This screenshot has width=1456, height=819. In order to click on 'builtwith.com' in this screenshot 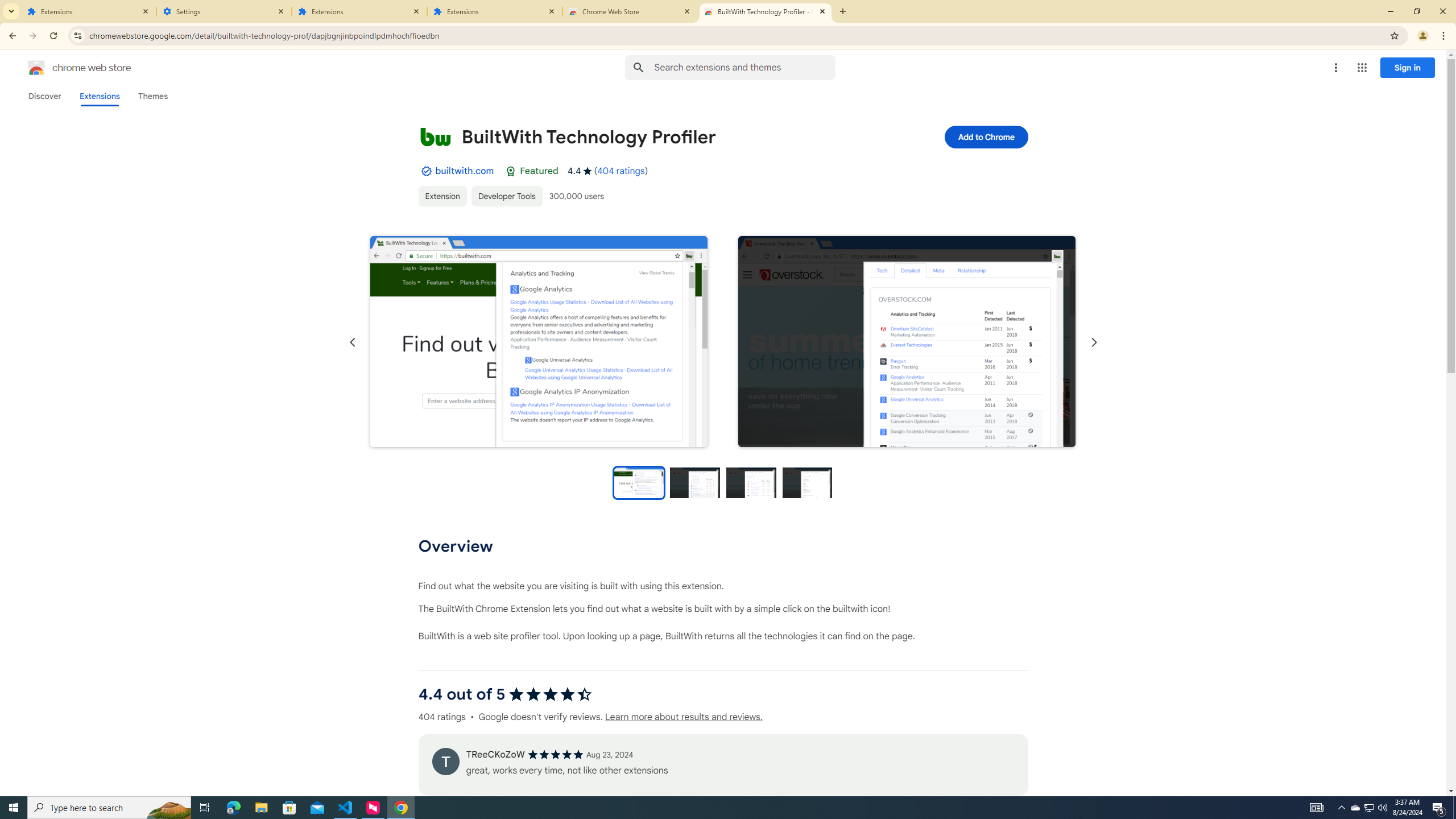, I will do `click(464, 170)`.